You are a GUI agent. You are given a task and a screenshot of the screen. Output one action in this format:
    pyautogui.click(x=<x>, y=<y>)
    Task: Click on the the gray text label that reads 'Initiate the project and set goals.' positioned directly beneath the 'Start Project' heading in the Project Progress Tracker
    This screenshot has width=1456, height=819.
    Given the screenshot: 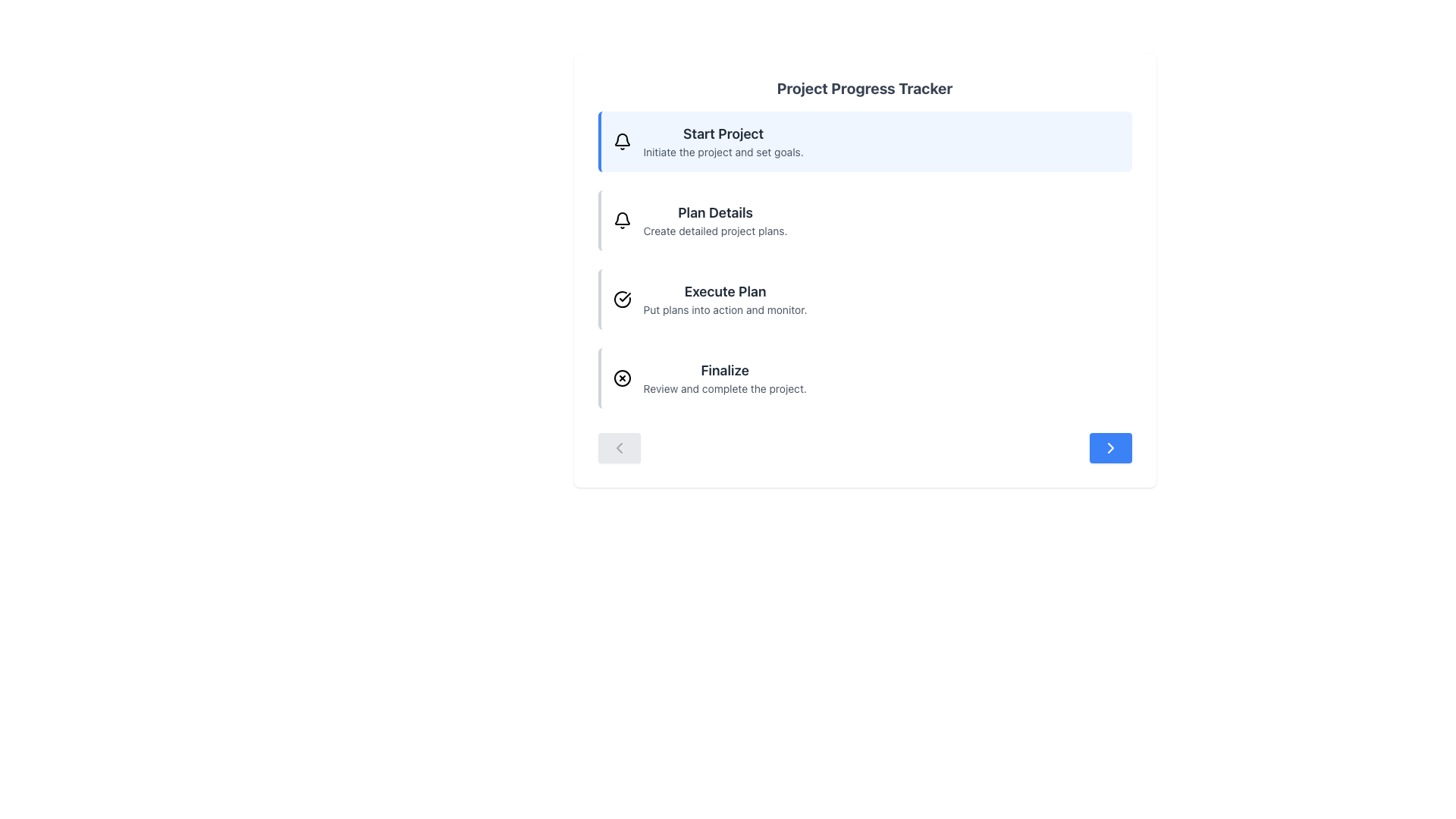 What is the action you would take?
    pyautogui.click(x=723, y=152)
    